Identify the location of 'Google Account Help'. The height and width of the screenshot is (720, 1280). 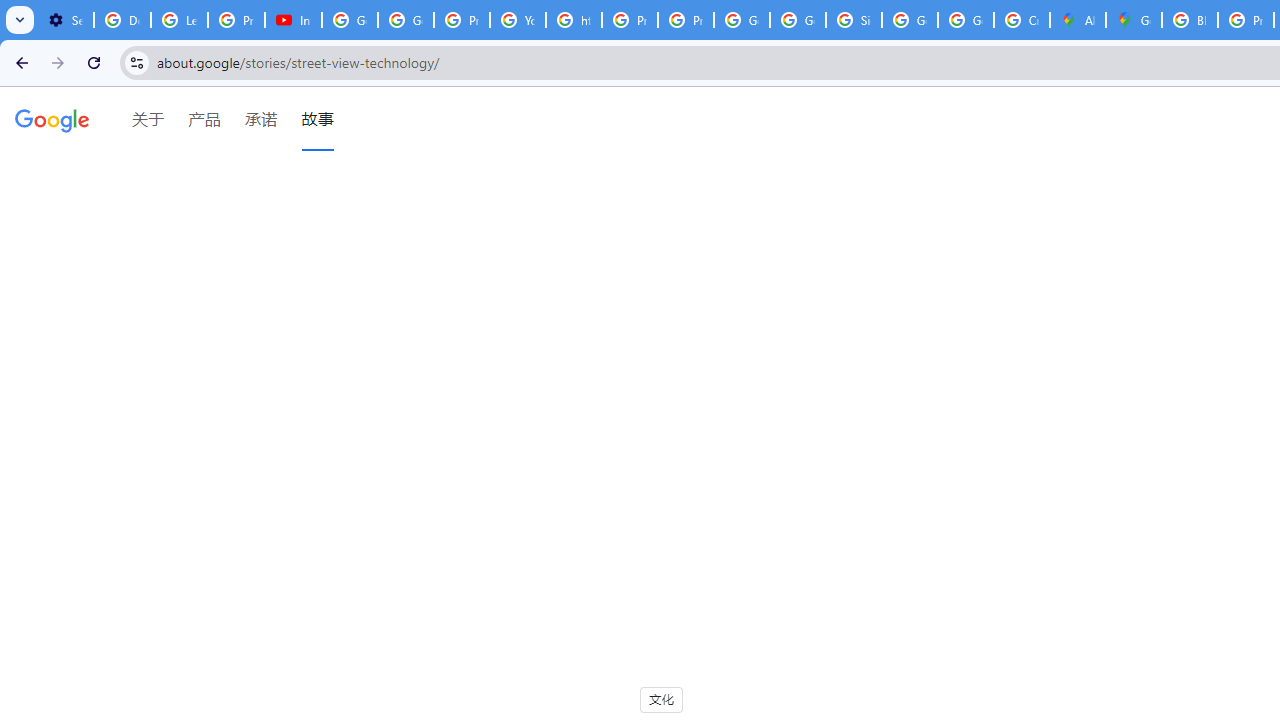
(404, 20).